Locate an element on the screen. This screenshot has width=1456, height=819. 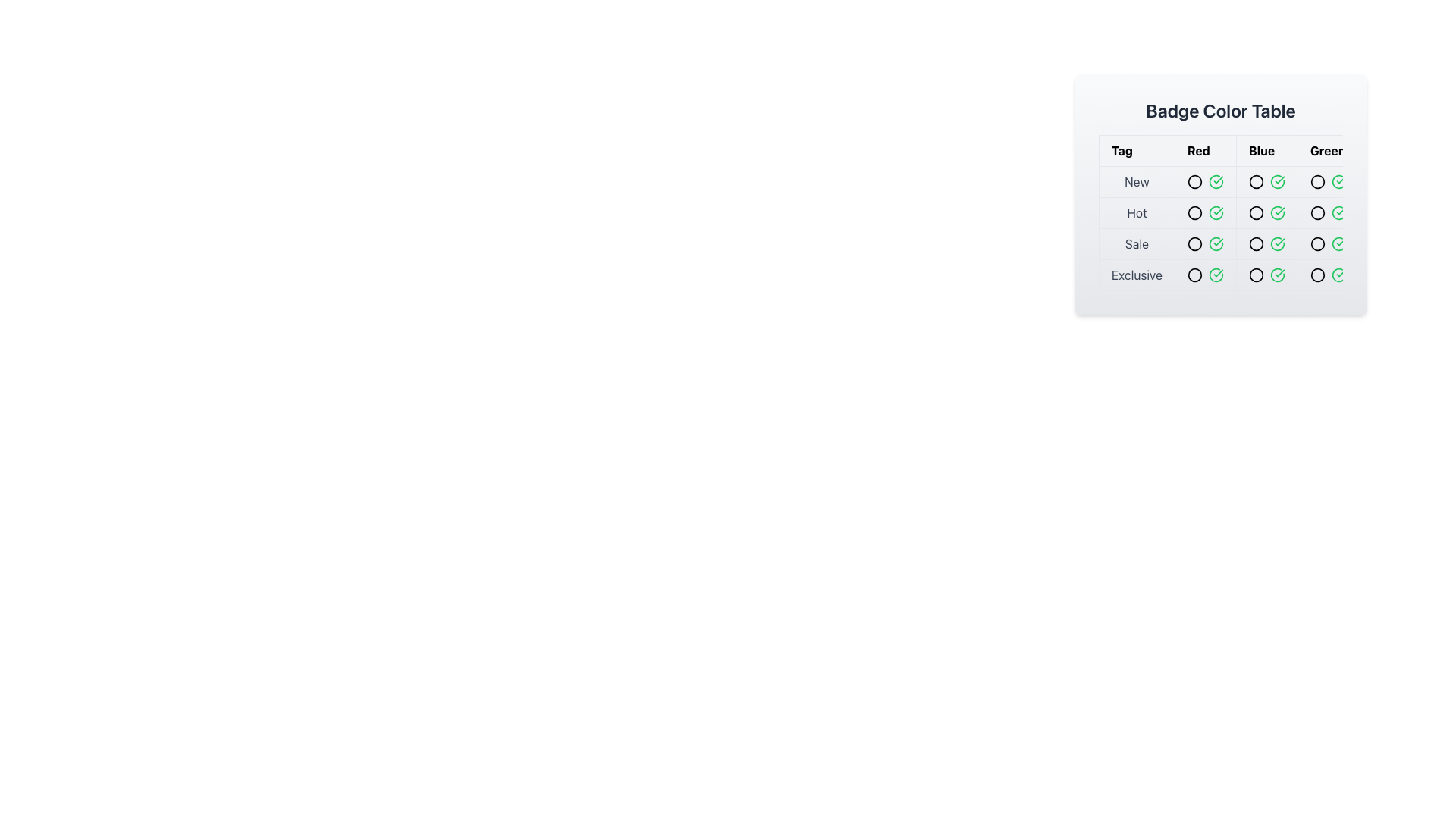
the confirmation icon located in the last row labeled 'Exclusive' under the 'Green' column of the 'Badge Color Table' is located at coordinates (1338, 275).